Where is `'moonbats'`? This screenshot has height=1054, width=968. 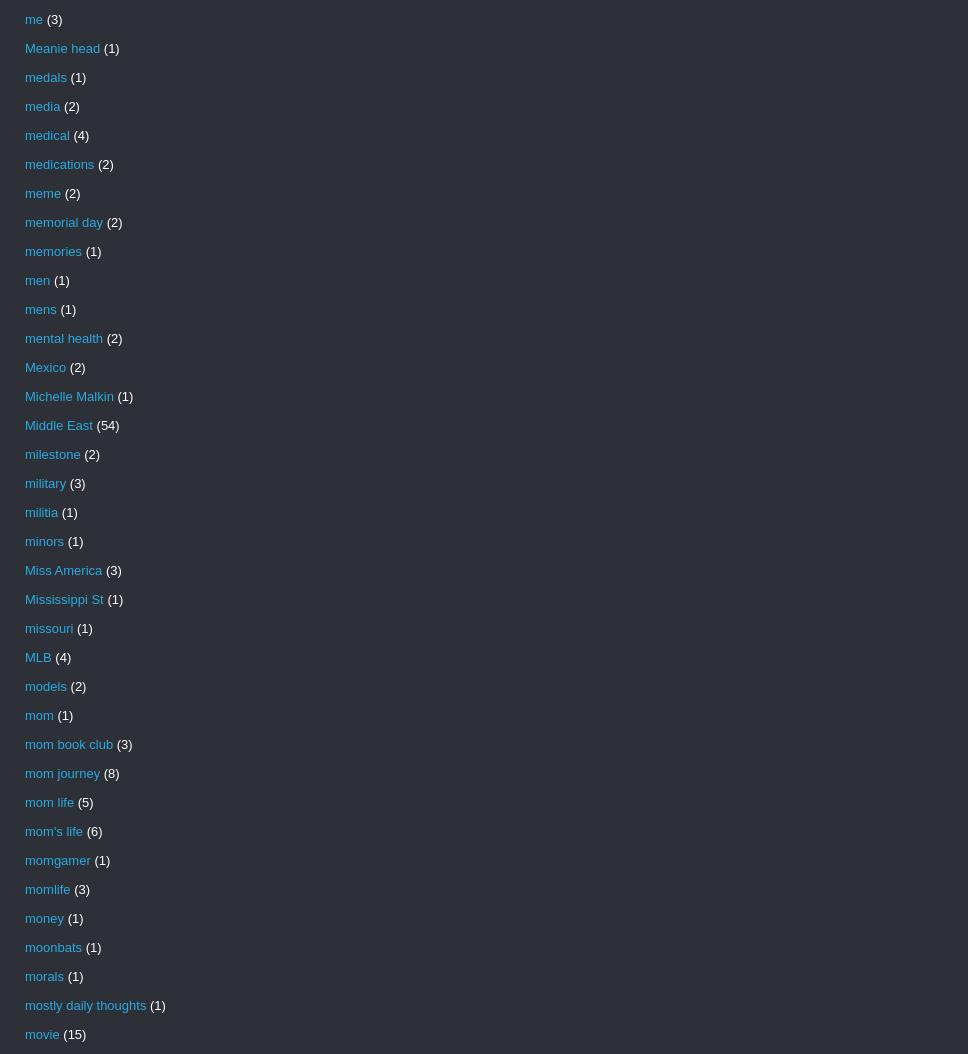
'moonbats' is located at coordinates (24, 946).